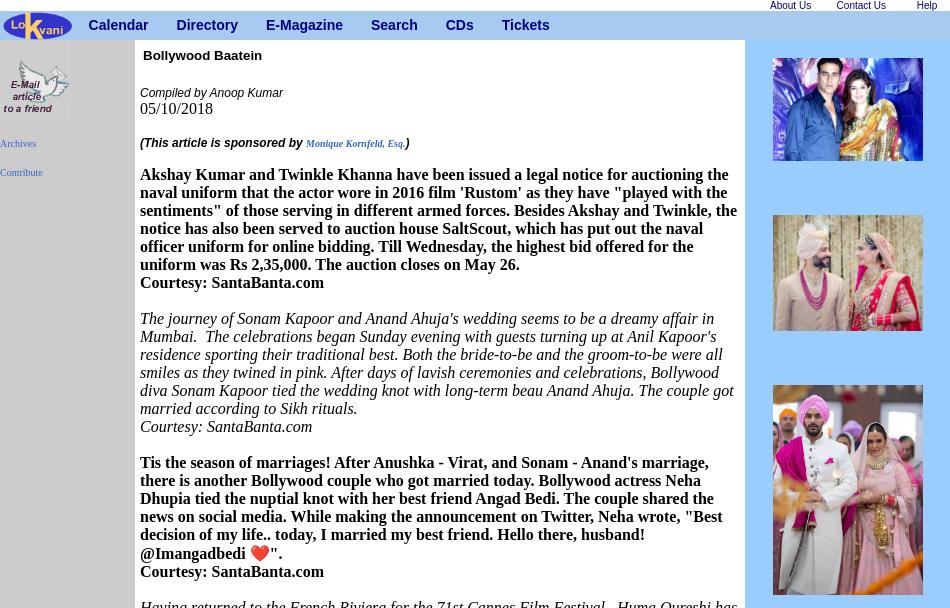 The image size is (950, 608). I want to click on 'Directory', so click(206, 24).